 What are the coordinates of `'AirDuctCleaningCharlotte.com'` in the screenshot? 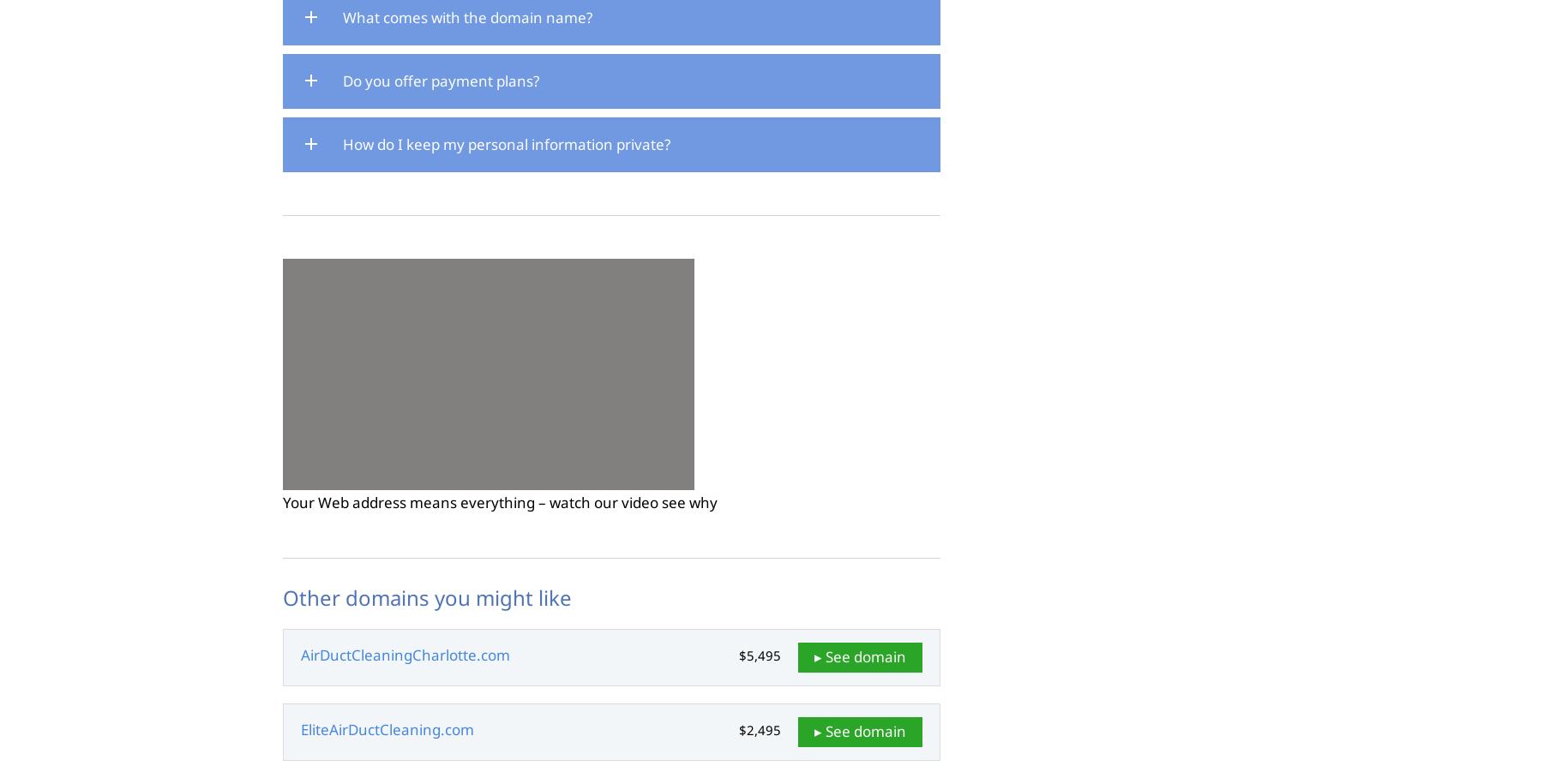 It's located at (404, 653).